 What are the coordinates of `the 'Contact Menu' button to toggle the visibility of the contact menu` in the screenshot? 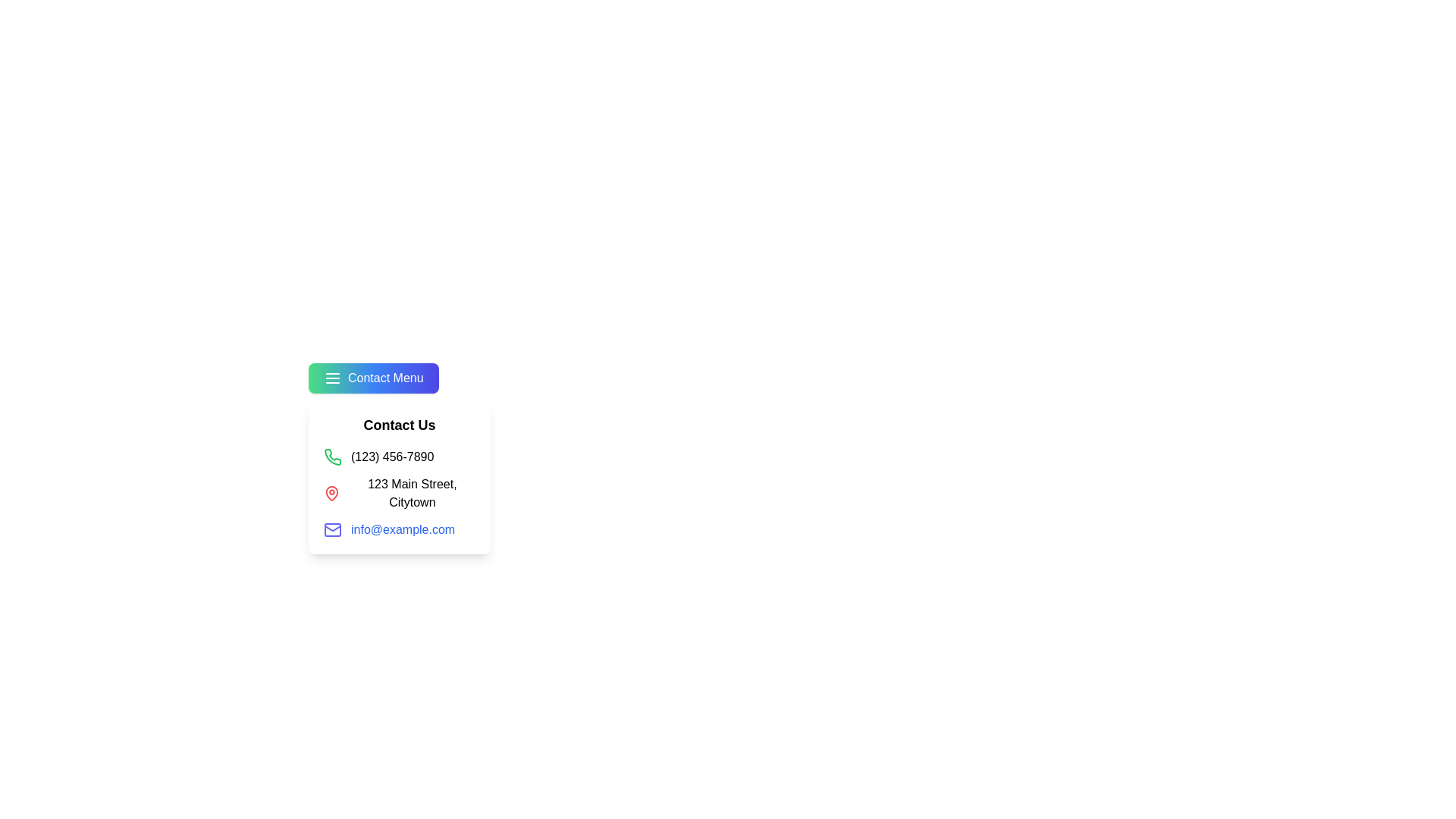 It's located at (372, 377).